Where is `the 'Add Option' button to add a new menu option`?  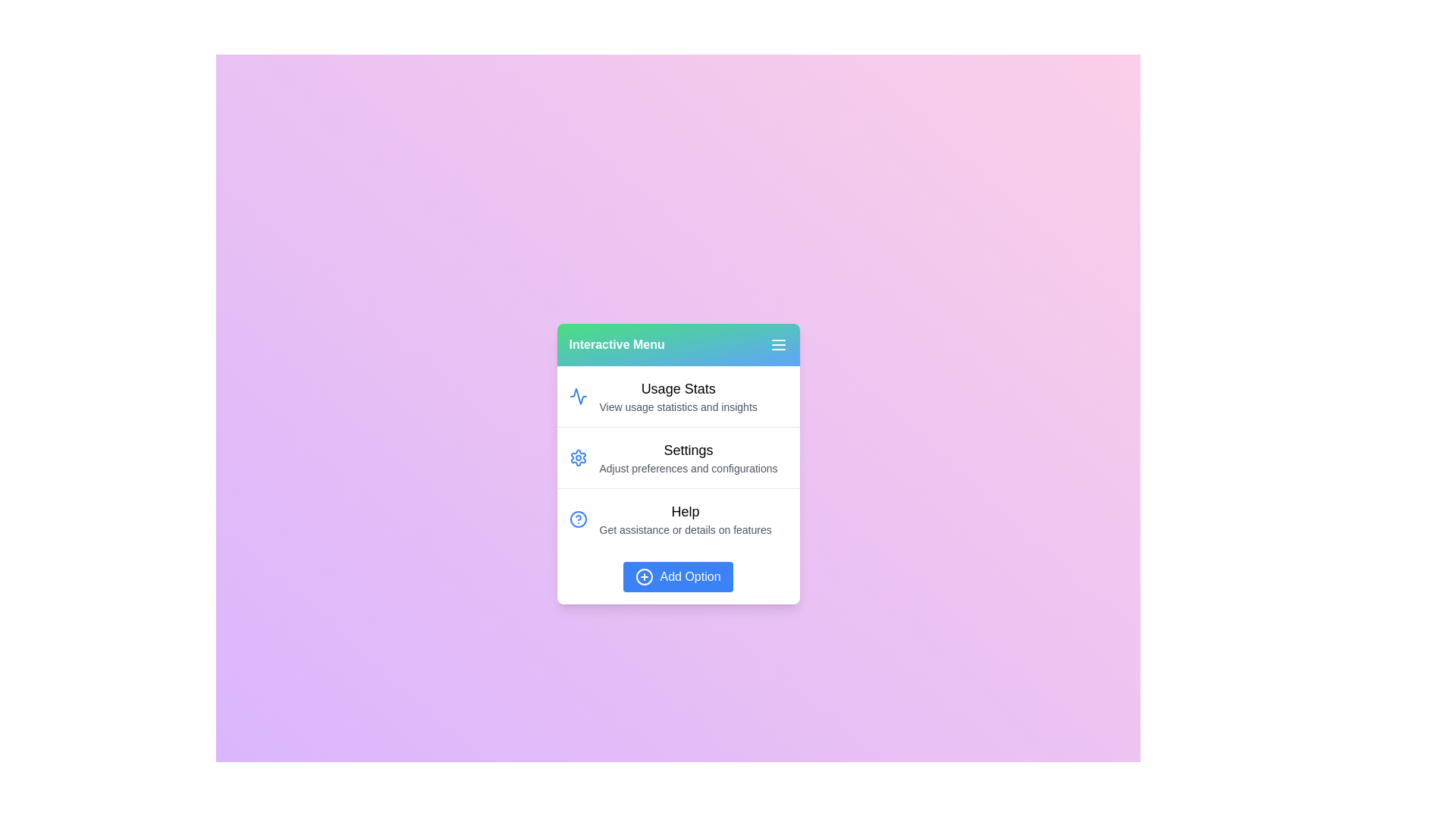
the 'Add Option' button to add a new menu option is located at coordinates (677, 576).